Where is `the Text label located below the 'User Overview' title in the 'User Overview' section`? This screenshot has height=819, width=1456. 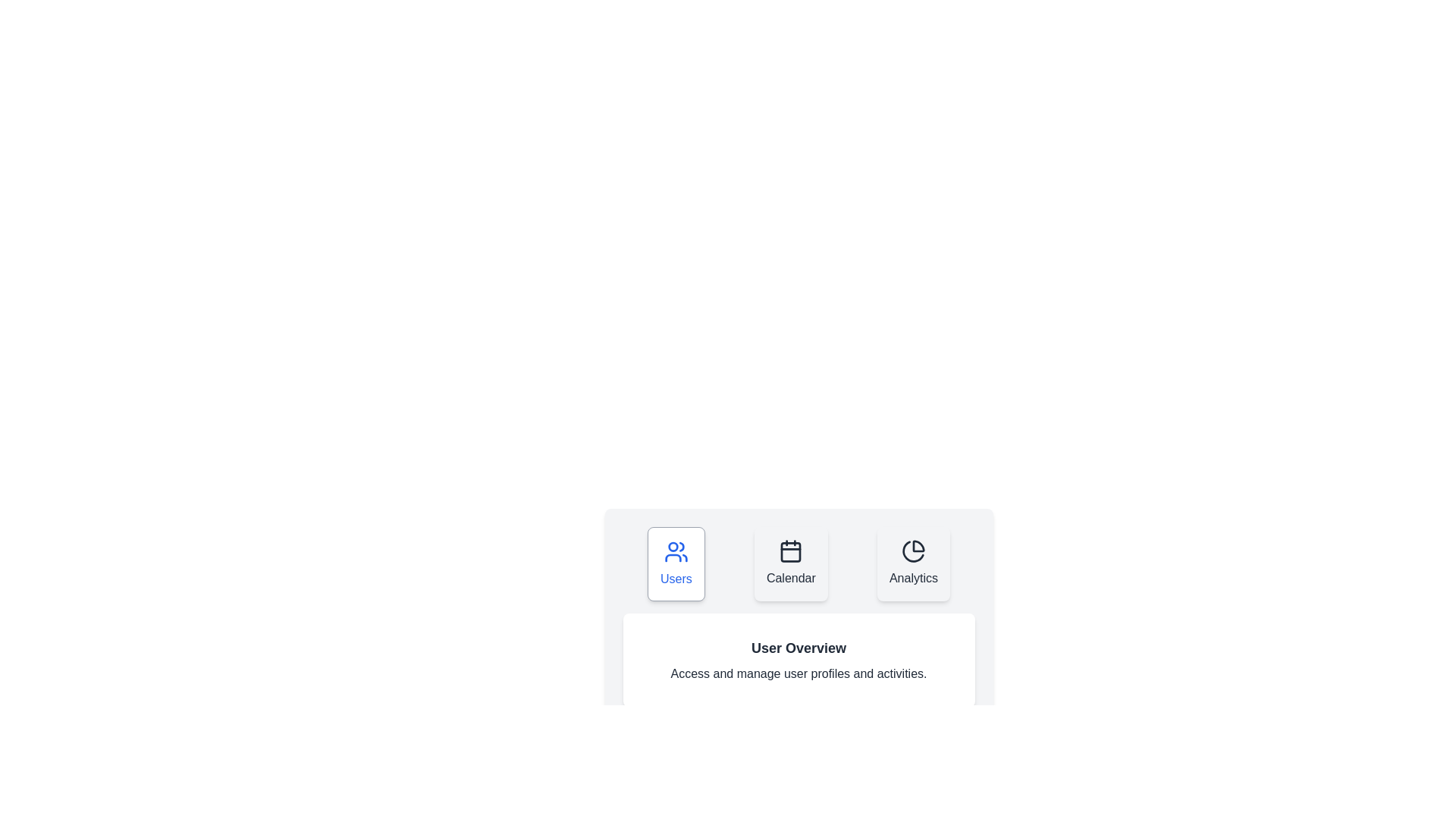 the Text label located below the 'User Overview' title in the 'User Overview' section is located at coordinates (798, 673).